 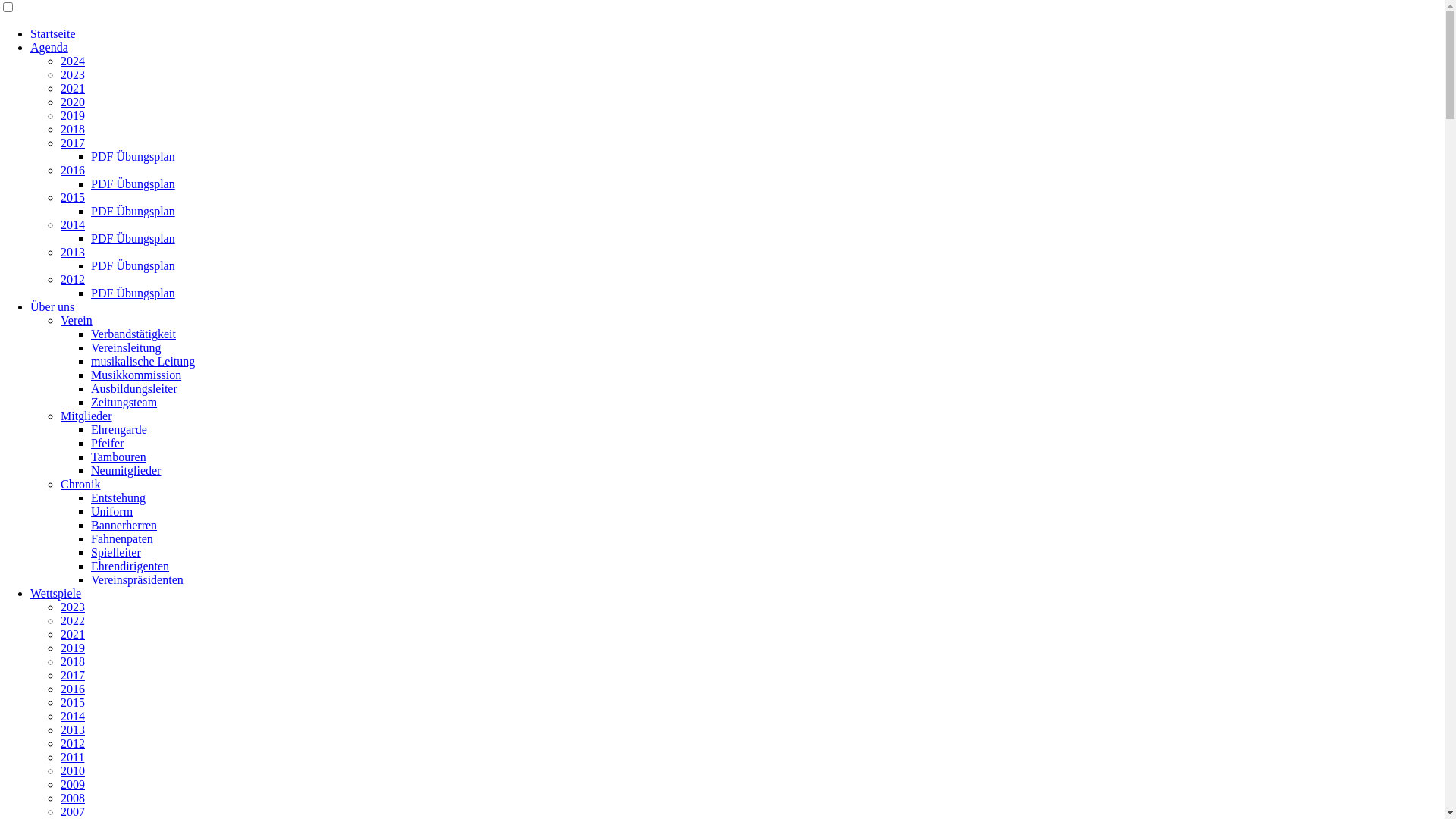 What do you see at coordinates (72, 606) in the screenshot?
I see `'2023'` at bounding box center [72, 606].